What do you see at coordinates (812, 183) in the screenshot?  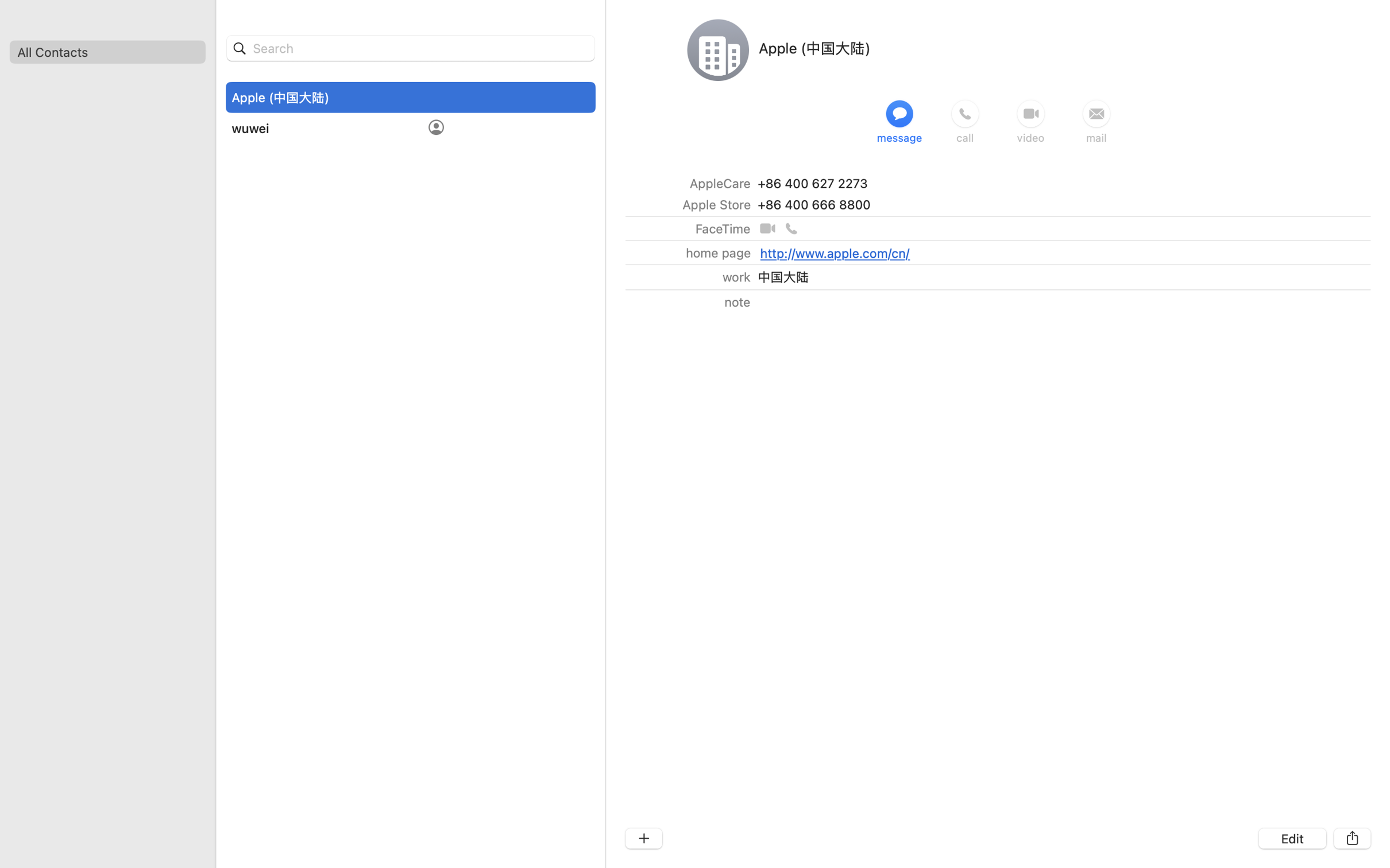 I see `'‭+86 400 627 2273‬'` at bounding box center [812, 183].